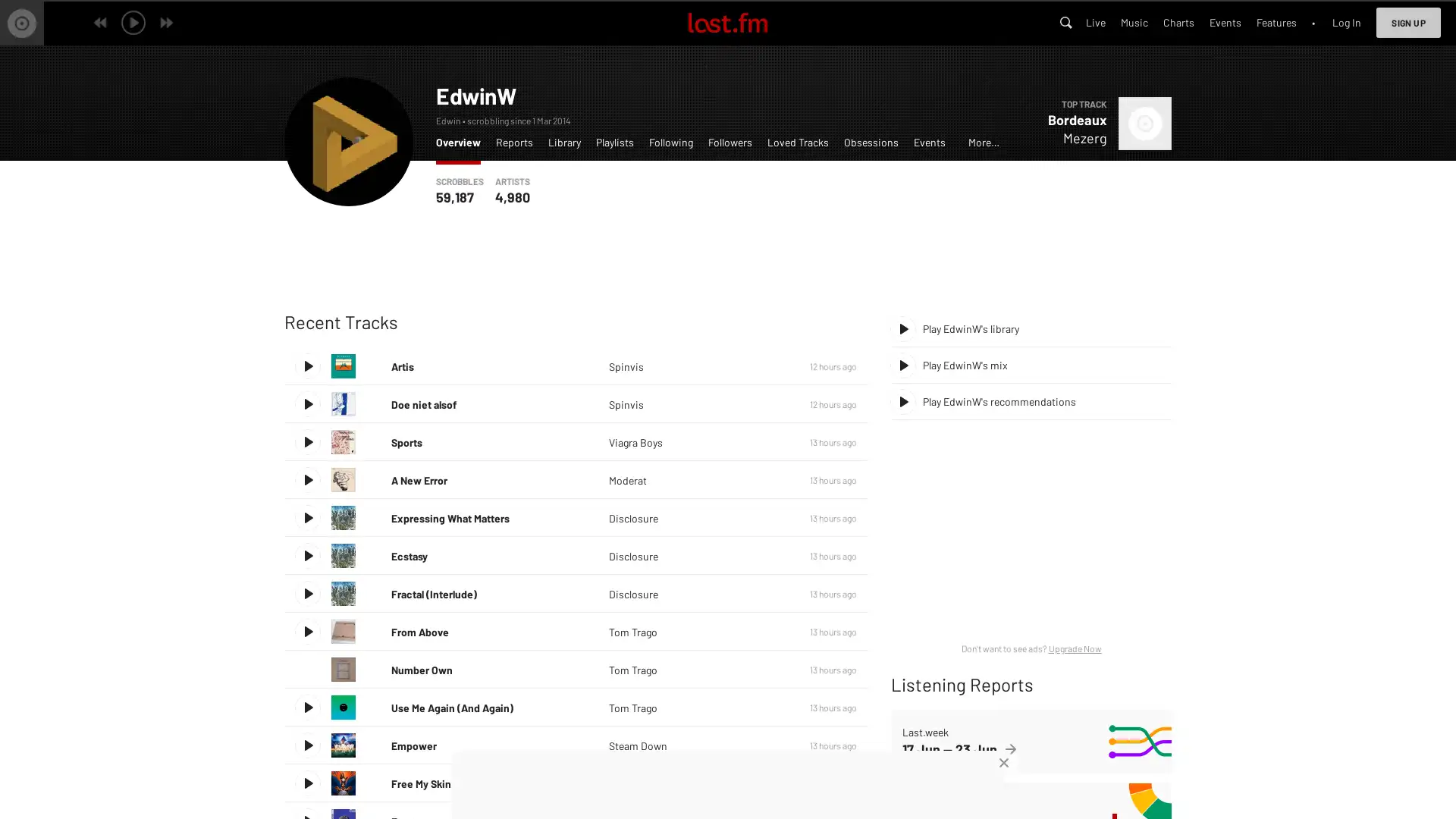 This screenshot has height=819, width=1456. I want to click on Buy, so click(764, 555).